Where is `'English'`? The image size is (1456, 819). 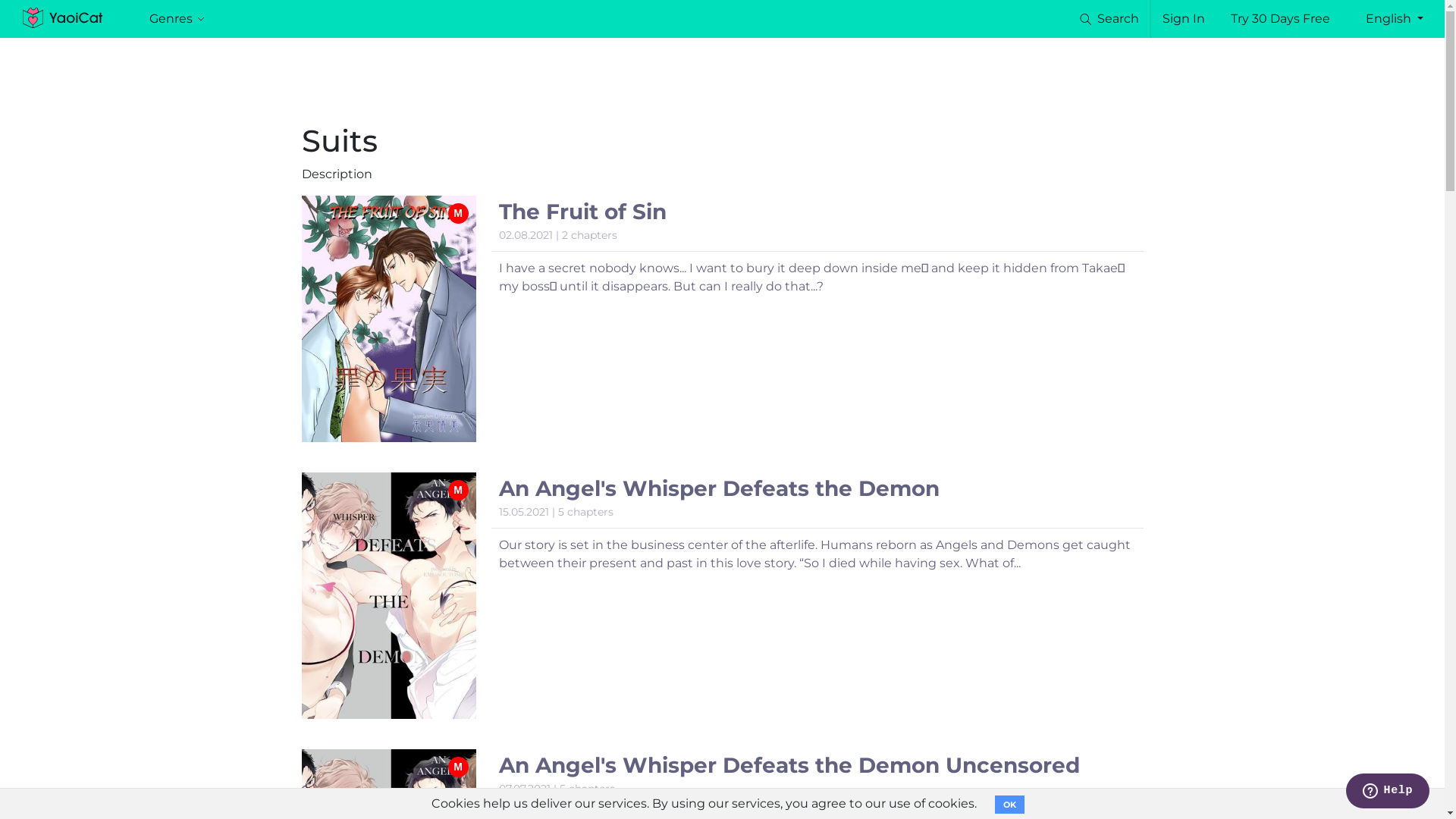 'English' is located at coordinates (1394, 18).